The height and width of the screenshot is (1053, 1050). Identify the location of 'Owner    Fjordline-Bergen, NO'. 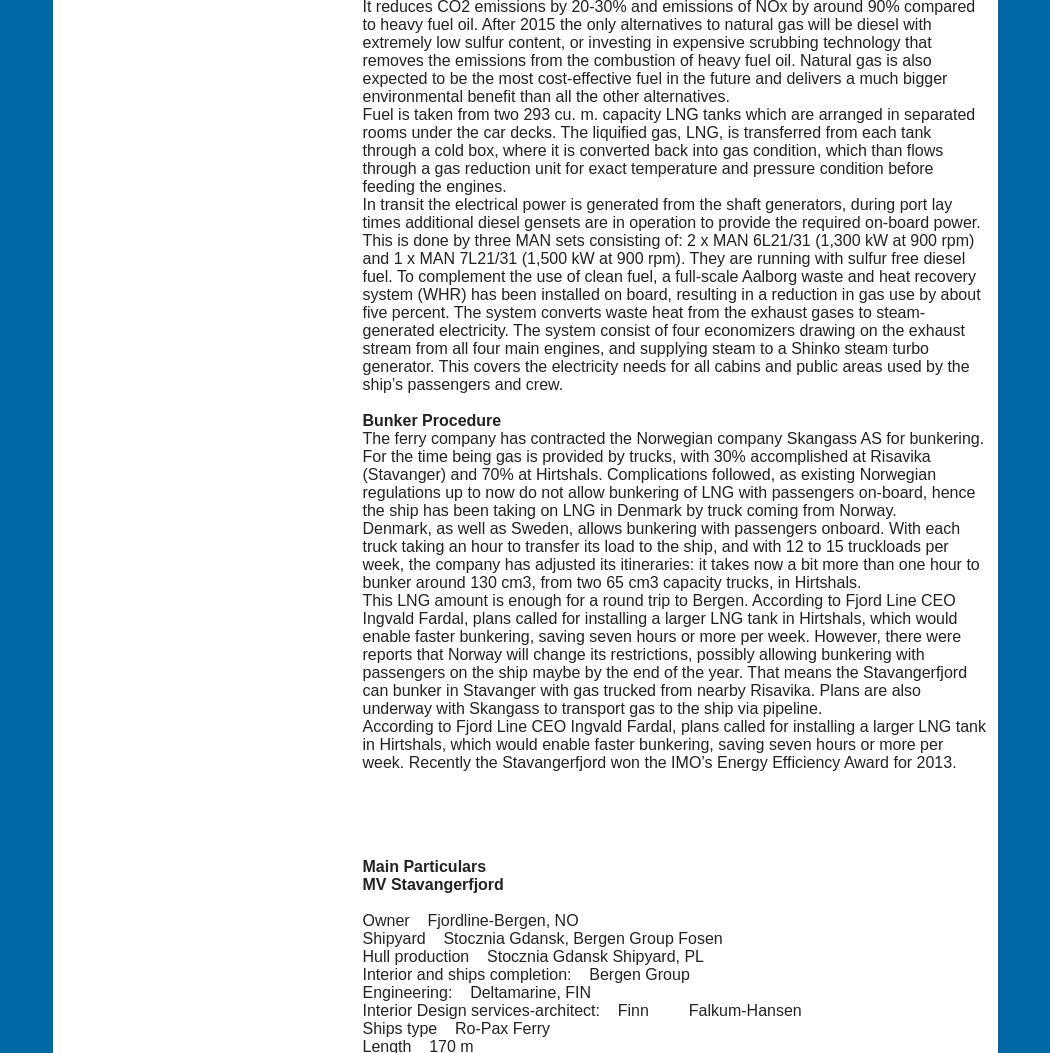
(469, 918).